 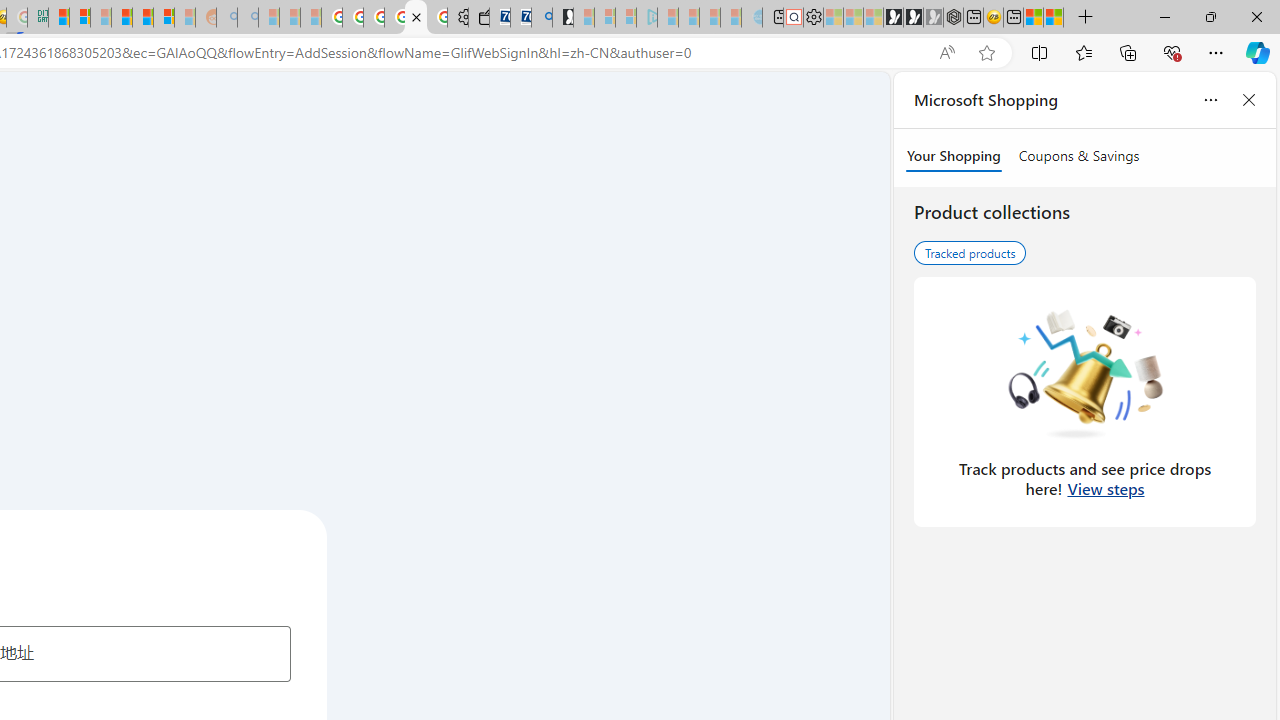 I want to click on 'Wallet', so click(x=477, y=17).